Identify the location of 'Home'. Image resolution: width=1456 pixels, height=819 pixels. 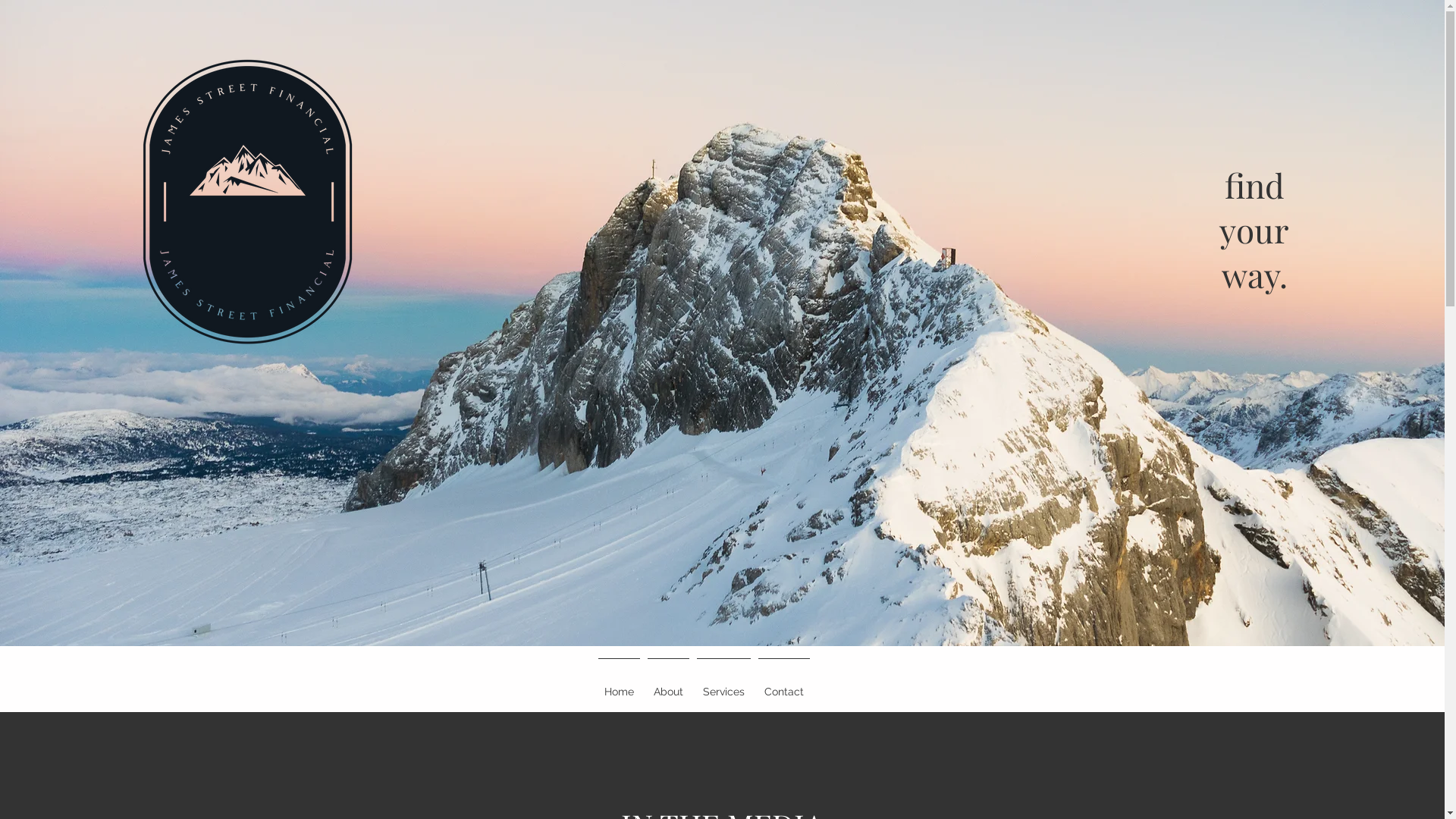
(593, 685).